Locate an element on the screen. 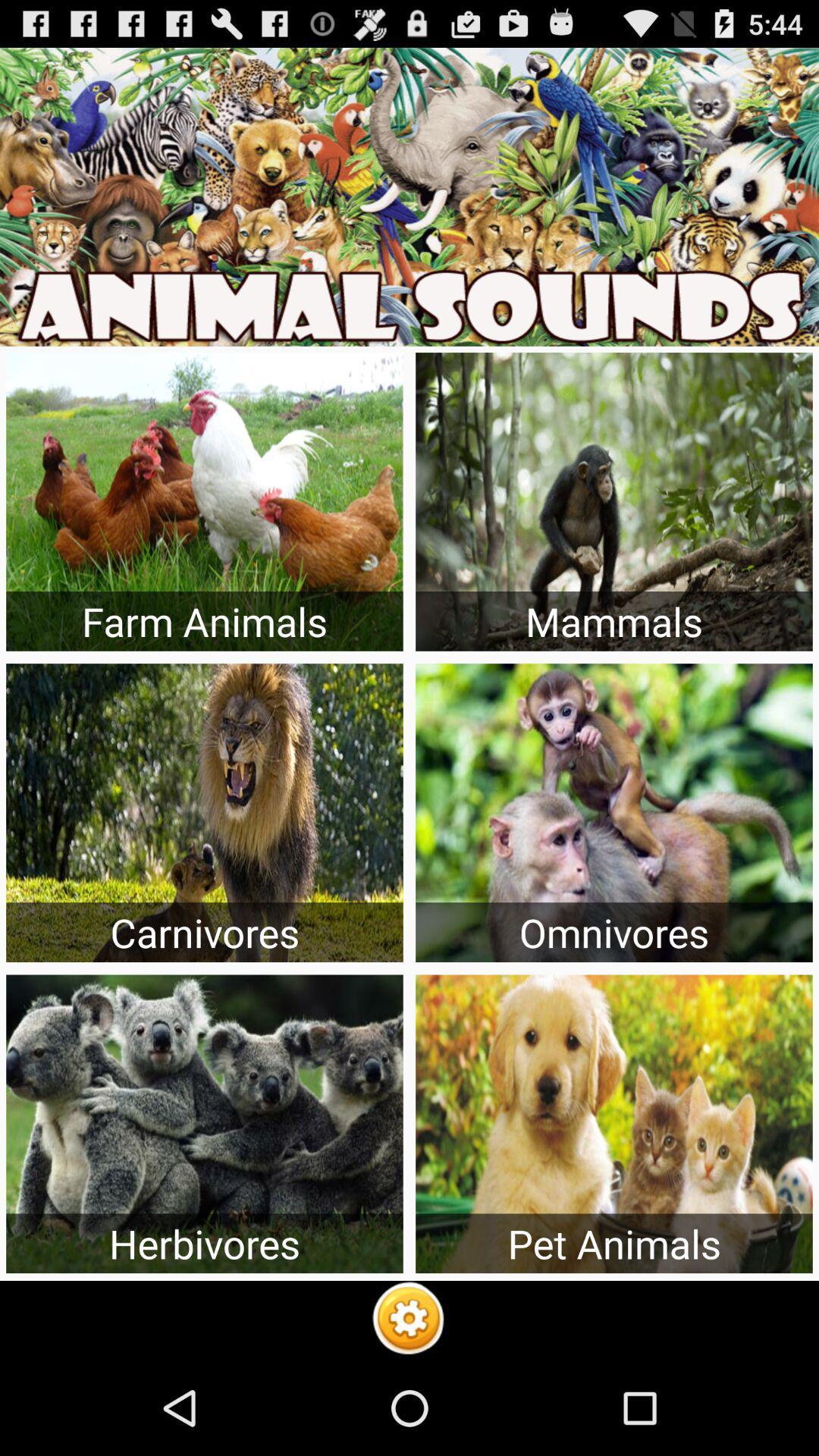 Image resolution: width=819 pixels, height=1456 pixels. carnivores picture is located at coordinates (205, 811).